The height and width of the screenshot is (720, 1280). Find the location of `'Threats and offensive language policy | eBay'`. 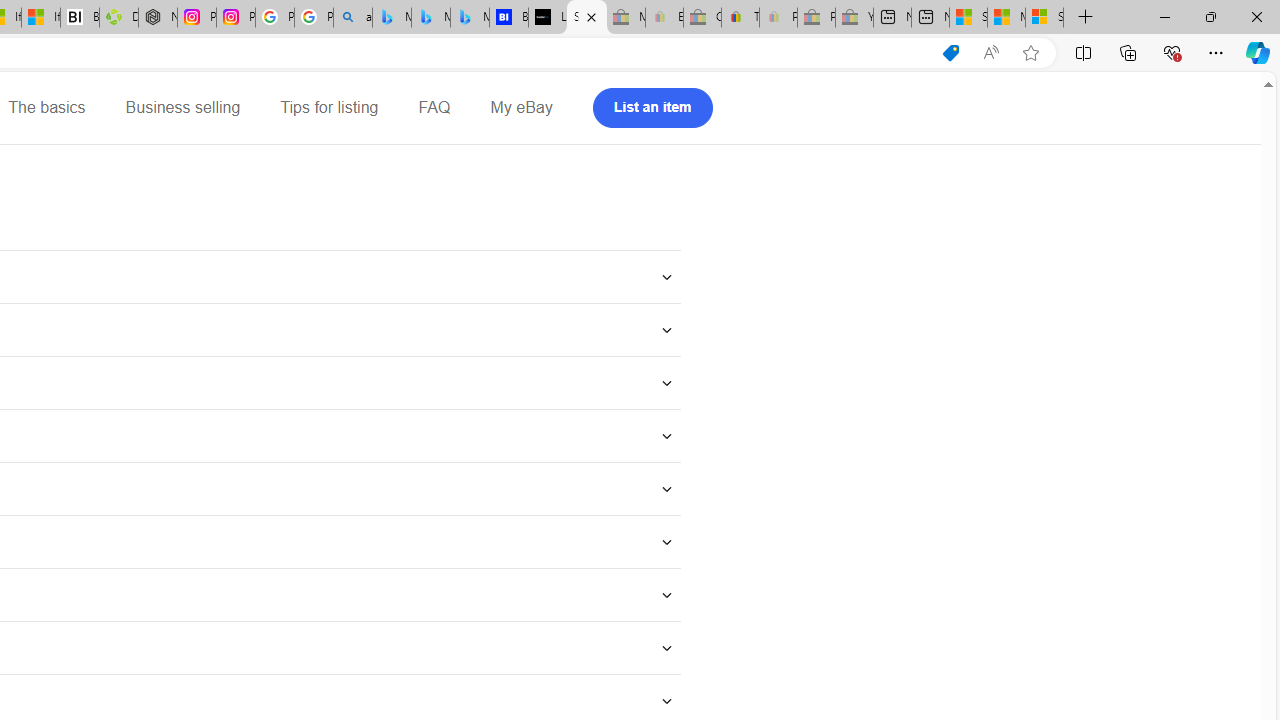

'Threats and offensive language policy | eBay' is located at coordinates (739, 17).